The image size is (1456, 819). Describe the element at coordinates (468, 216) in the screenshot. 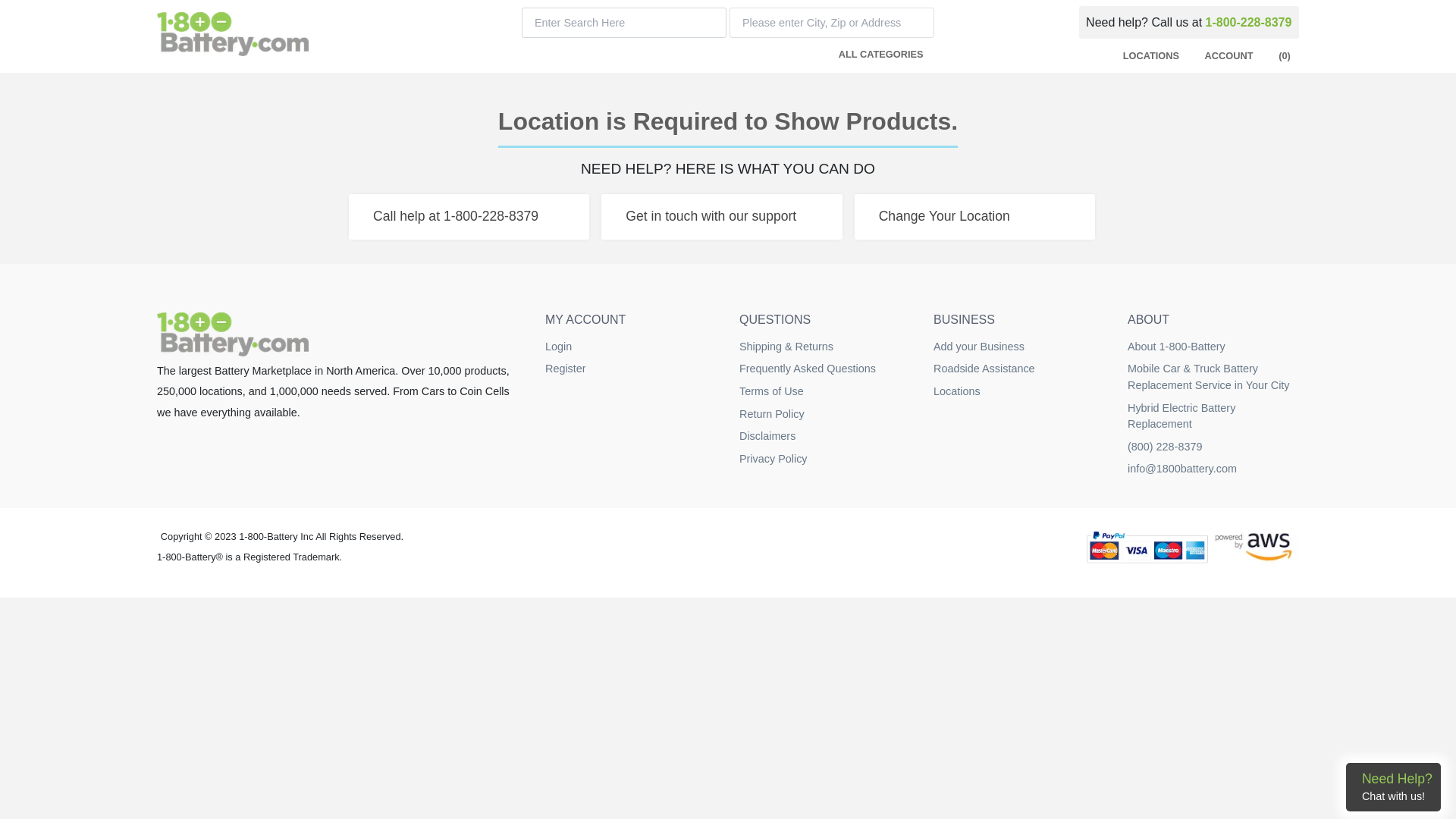

I see `'Call help at 1-800-228-8379'` at that location.